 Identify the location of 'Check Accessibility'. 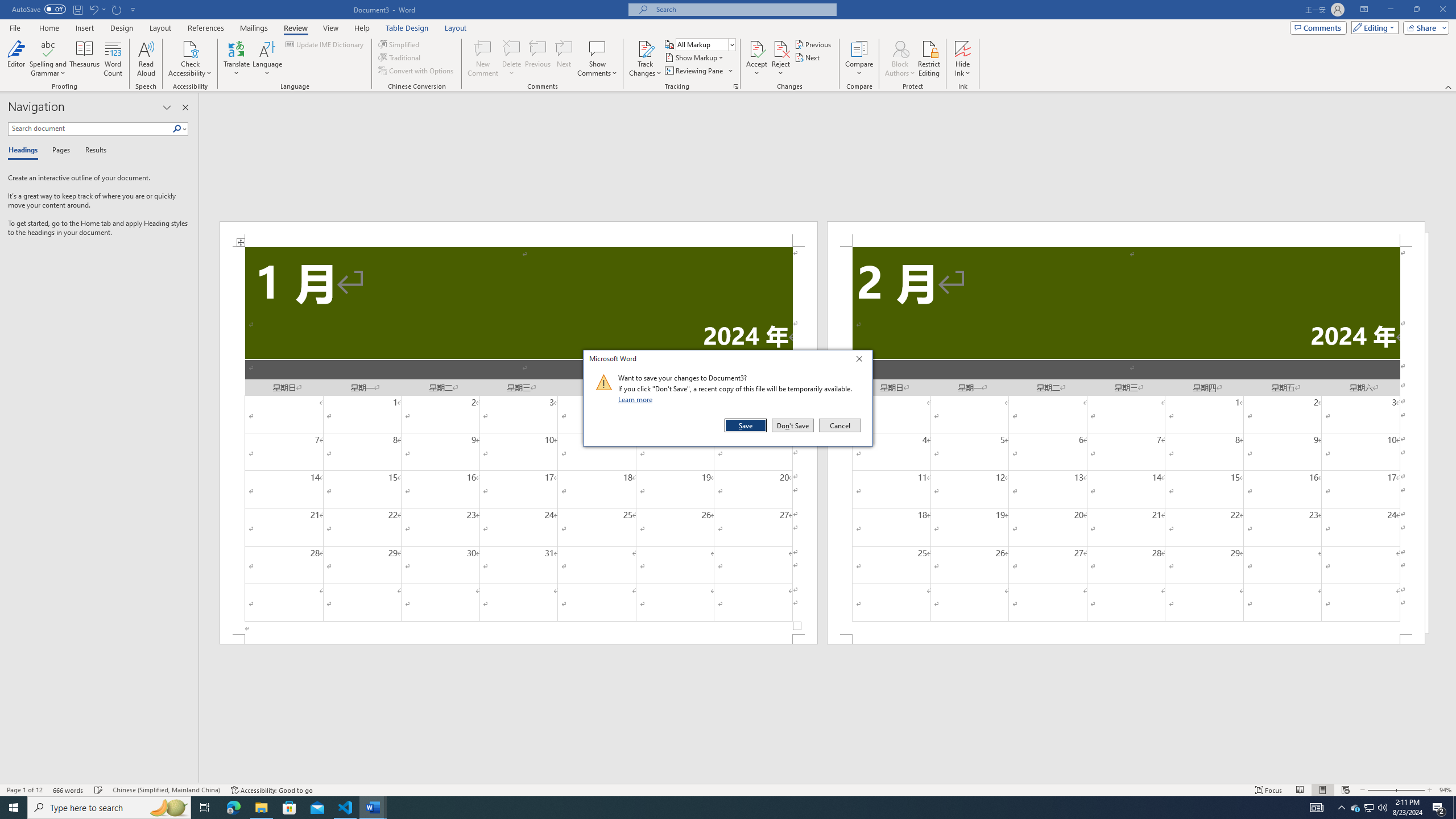
(190, 48).